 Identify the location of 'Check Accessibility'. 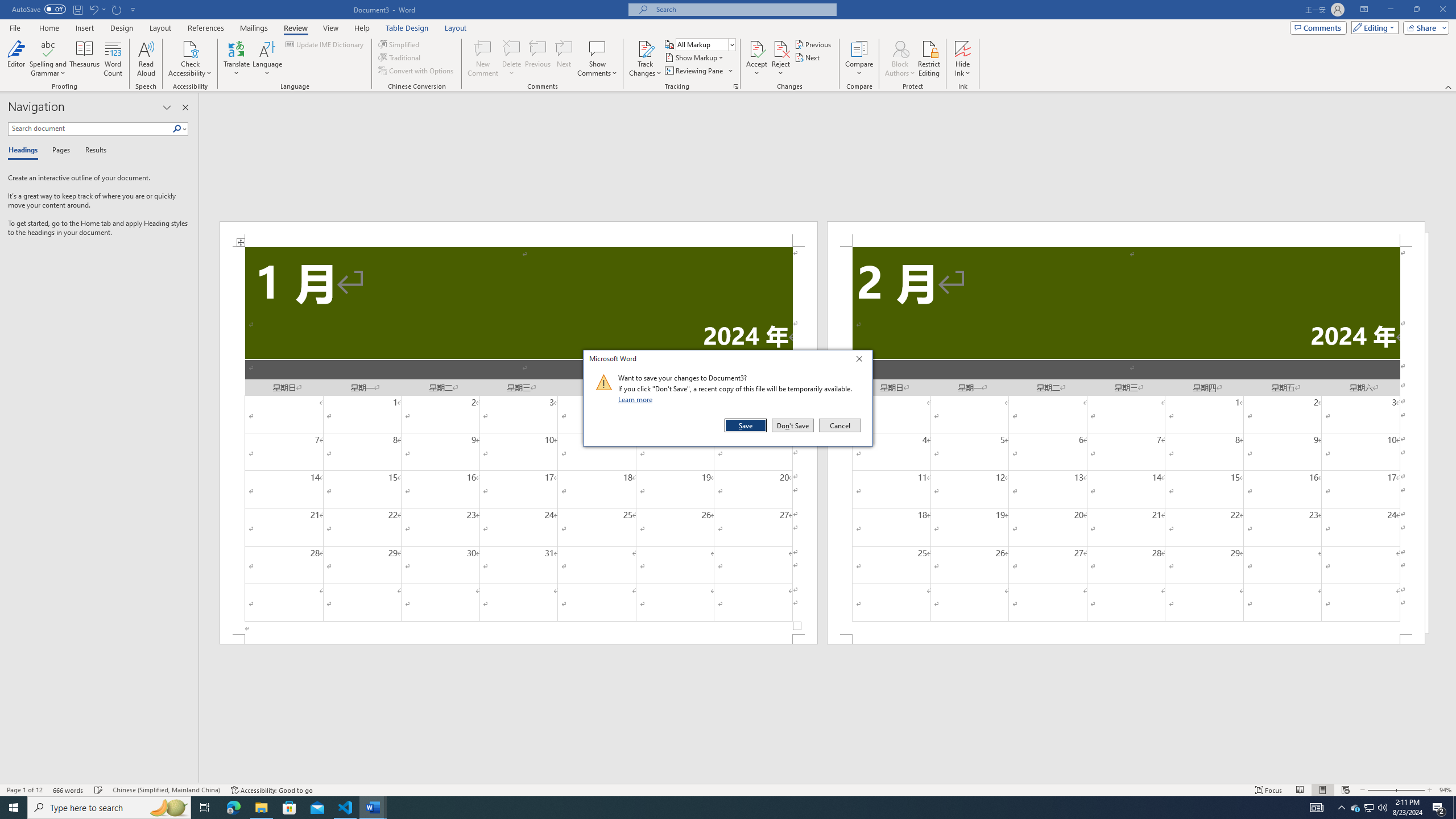
(190, 48).